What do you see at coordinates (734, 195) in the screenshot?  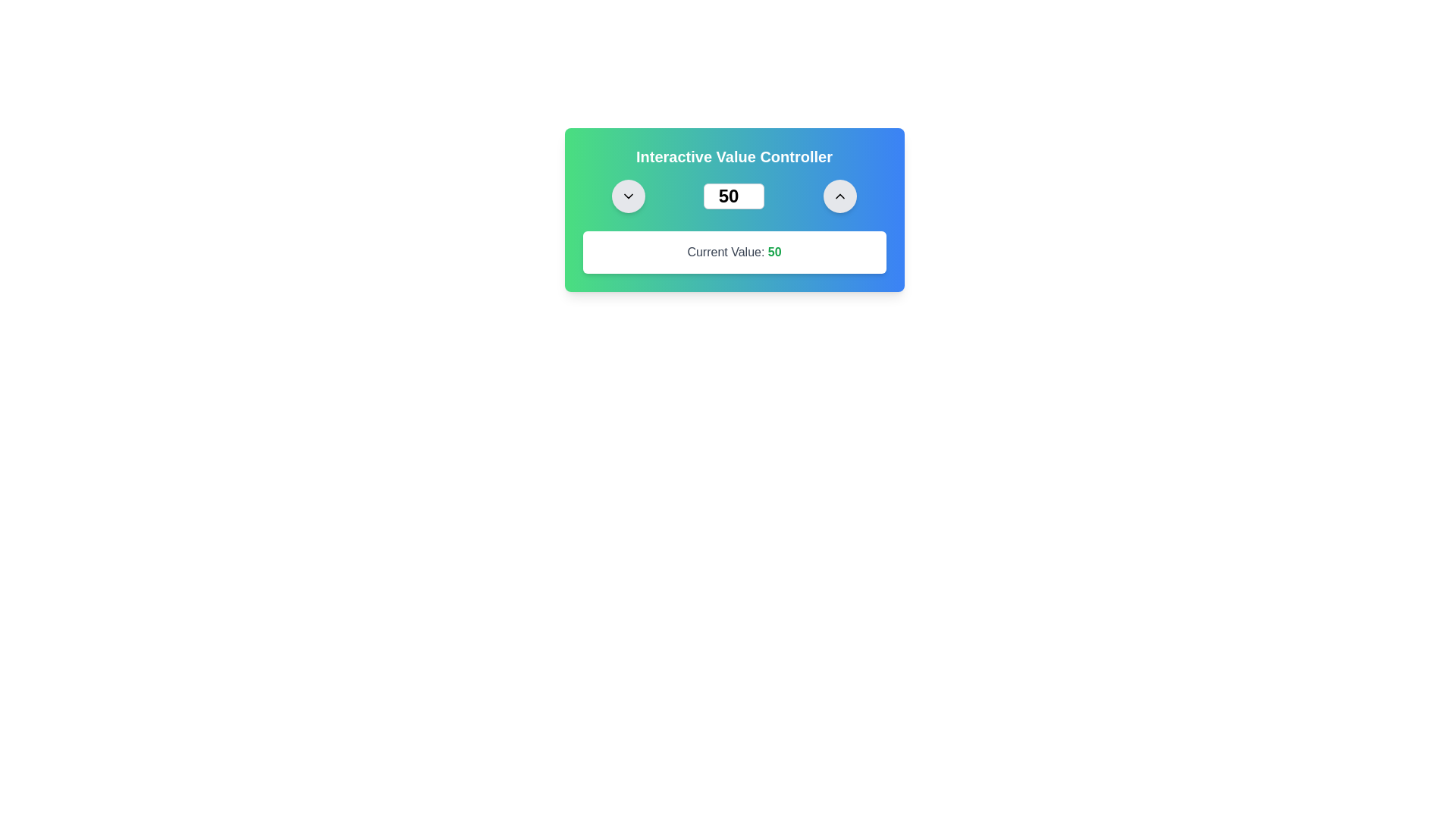 I see `the number input field displaying the value '50' to focus on it` at bounding box center [734, 195].